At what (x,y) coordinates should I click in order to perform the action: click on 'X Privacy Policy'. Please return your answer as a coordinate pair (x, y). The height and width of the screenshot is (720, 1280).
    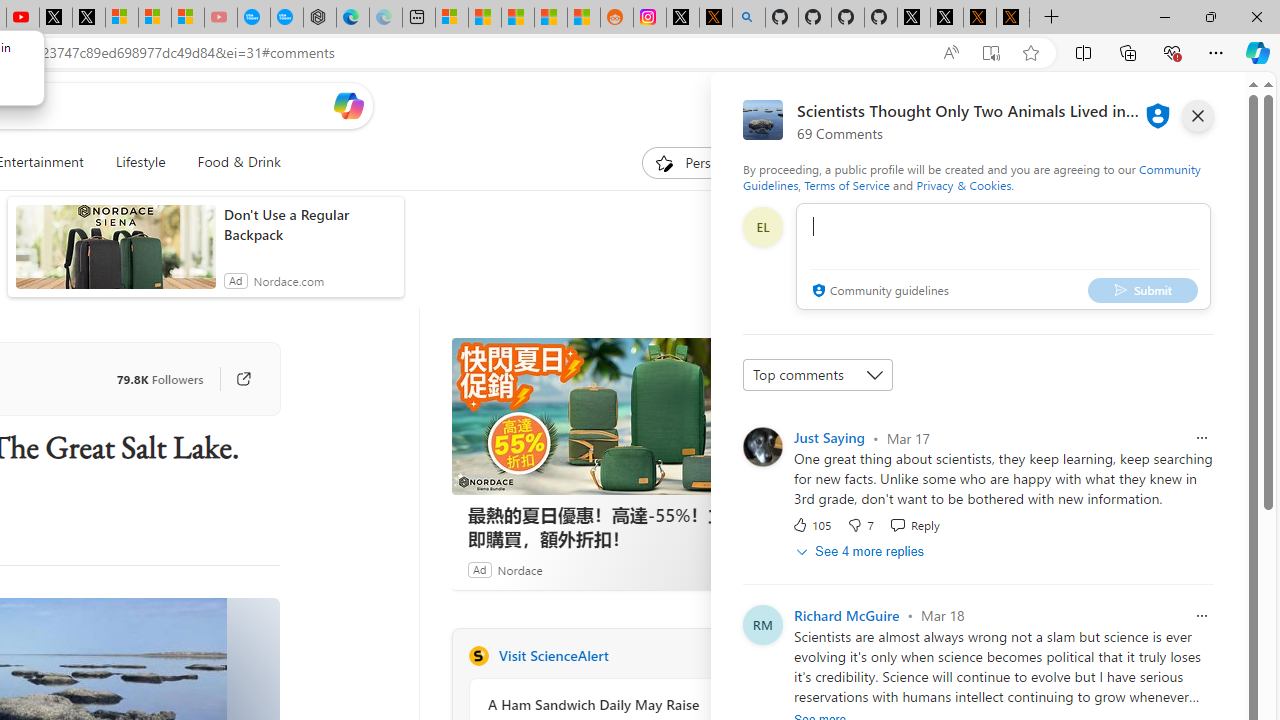
    Looking at the image, I should click on (1013, 17).